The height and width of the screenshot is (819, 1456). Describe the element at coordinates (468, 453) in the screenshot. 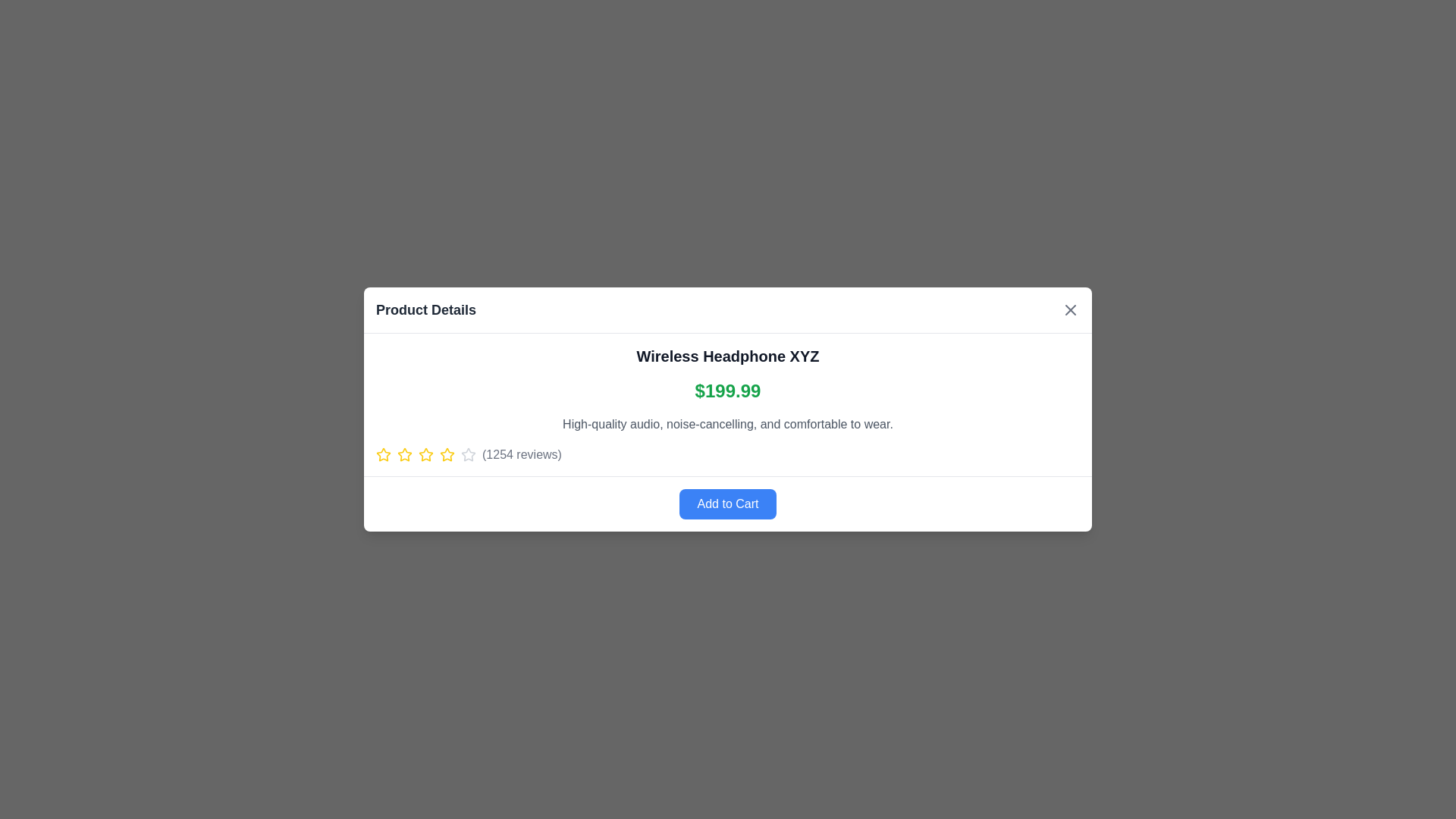

I see `the third star icon in the rating system, which is outlined in light gray and partially filled, indicating a rating, located below the product name and price` at that location.